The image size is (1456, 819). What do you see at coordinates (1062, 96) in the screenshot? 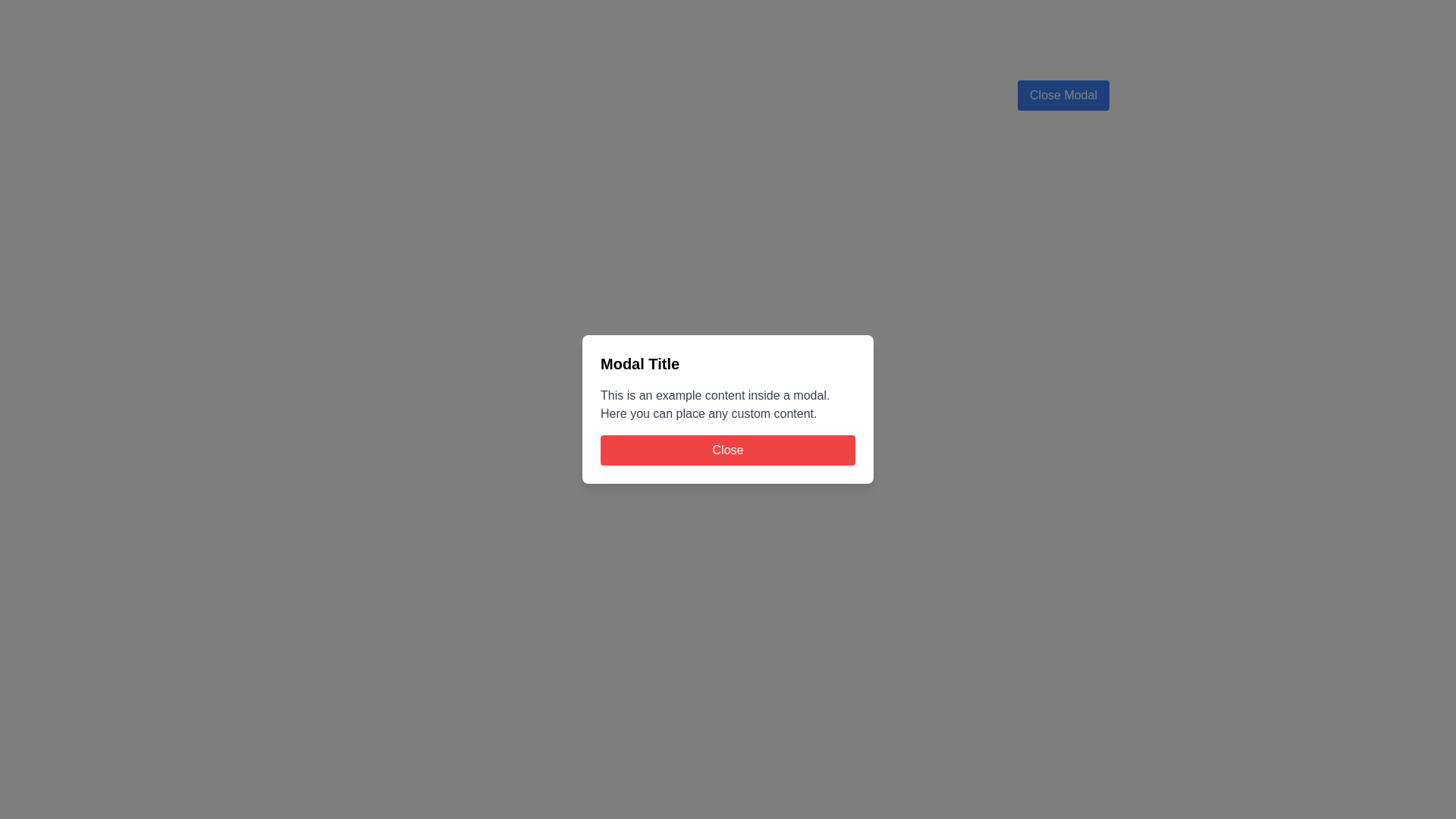
I see `the close button at the top-middle area of the modal` at bounding box center [1062, 96].